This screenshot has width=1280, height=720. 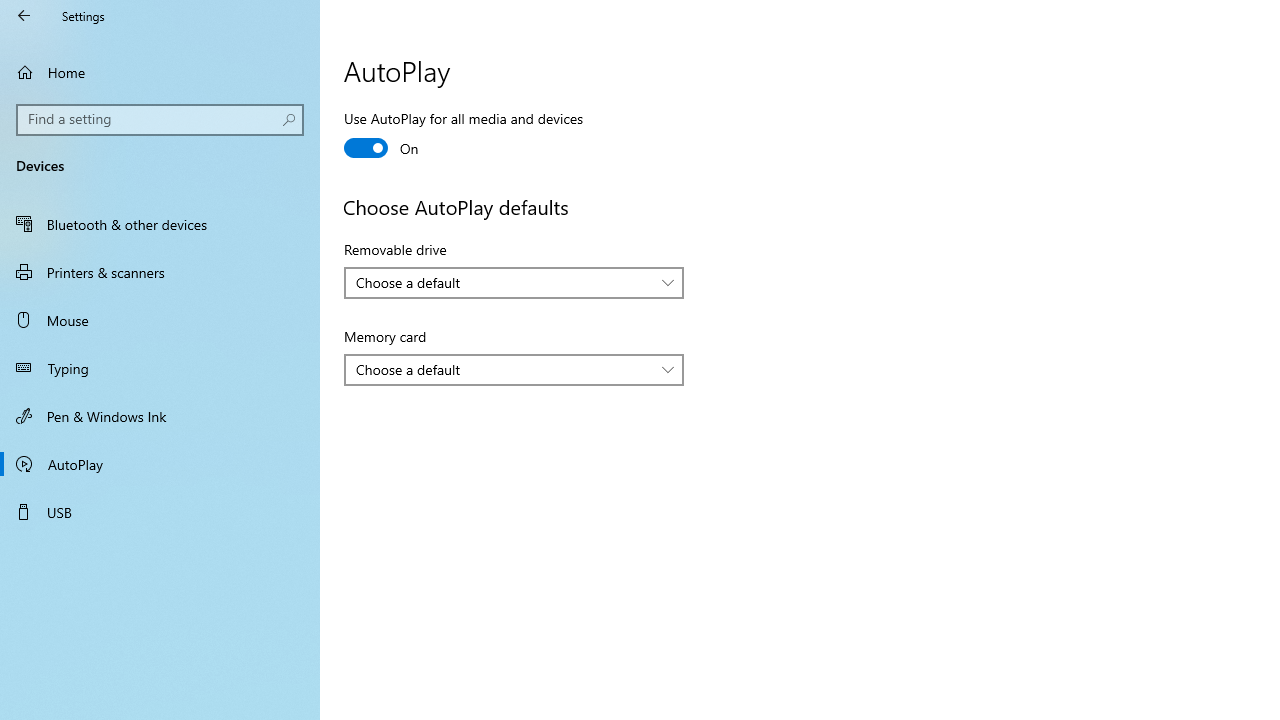 I want to click on 'Typing', so click(x=160, y=367).